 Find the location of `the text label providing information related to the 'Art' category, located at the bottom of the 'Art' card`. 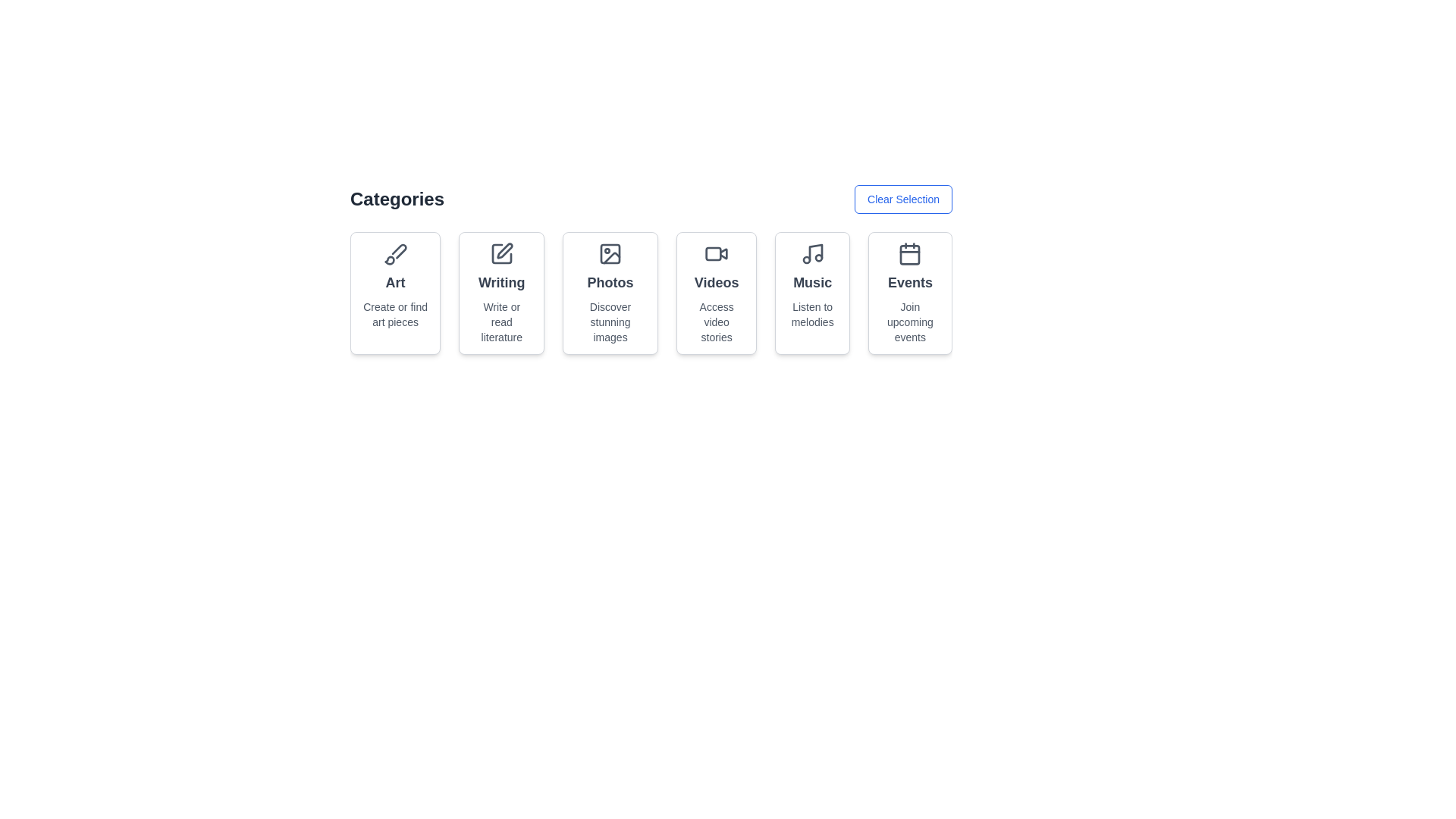

the text label providing information related to the 'Art' category, located at the bottom of the 'Art' card is located at coordinates (395, 314).